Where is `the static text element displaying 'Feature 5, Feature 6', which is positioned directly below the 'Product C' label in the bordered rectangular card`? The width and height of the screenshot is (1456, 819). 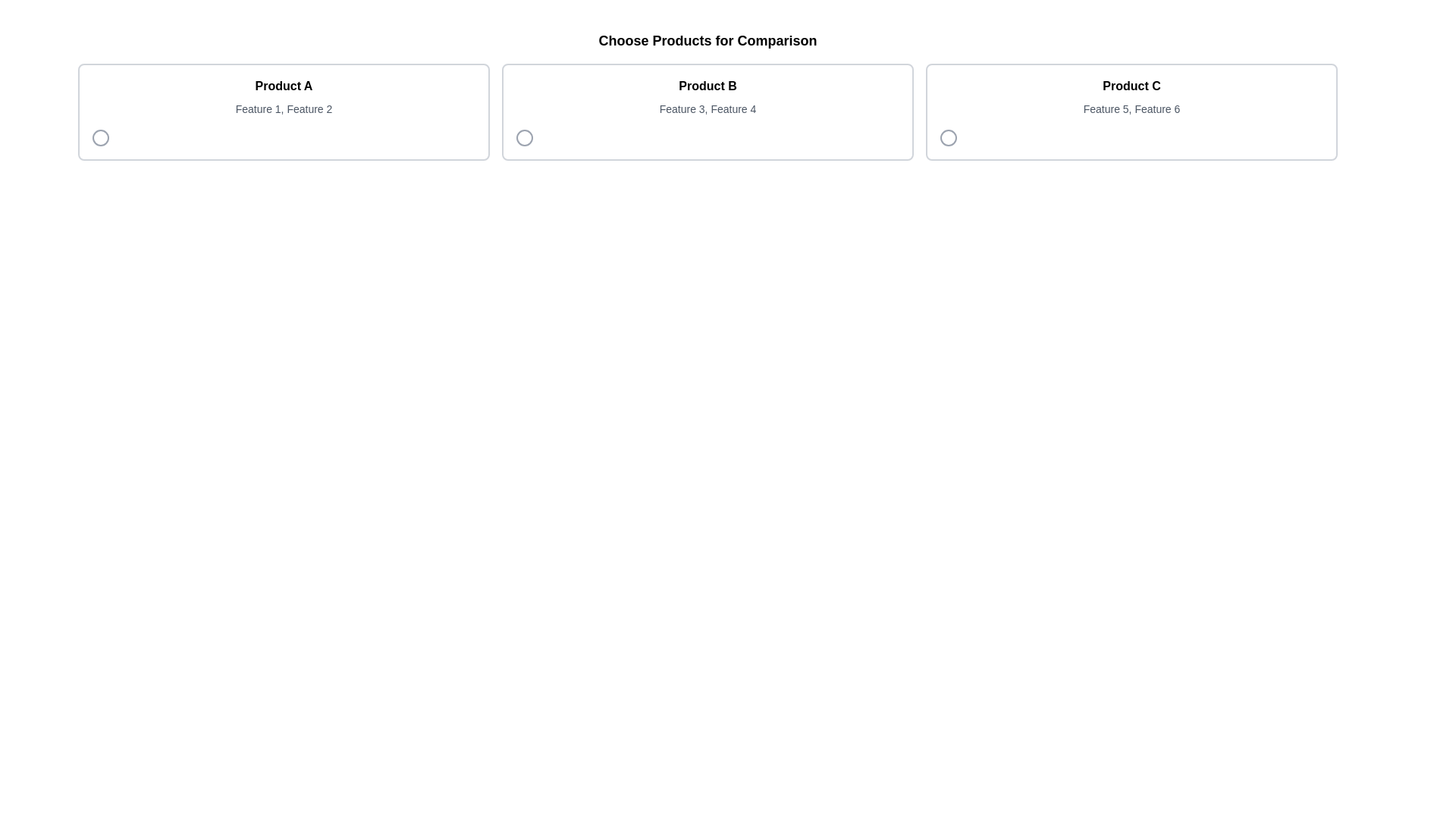
the static text element displaying 'Feature 5, Feature 6', which is positioned directly below the 'Product C' label in the bordered rectangular card is located at coordinates (1131, 108).